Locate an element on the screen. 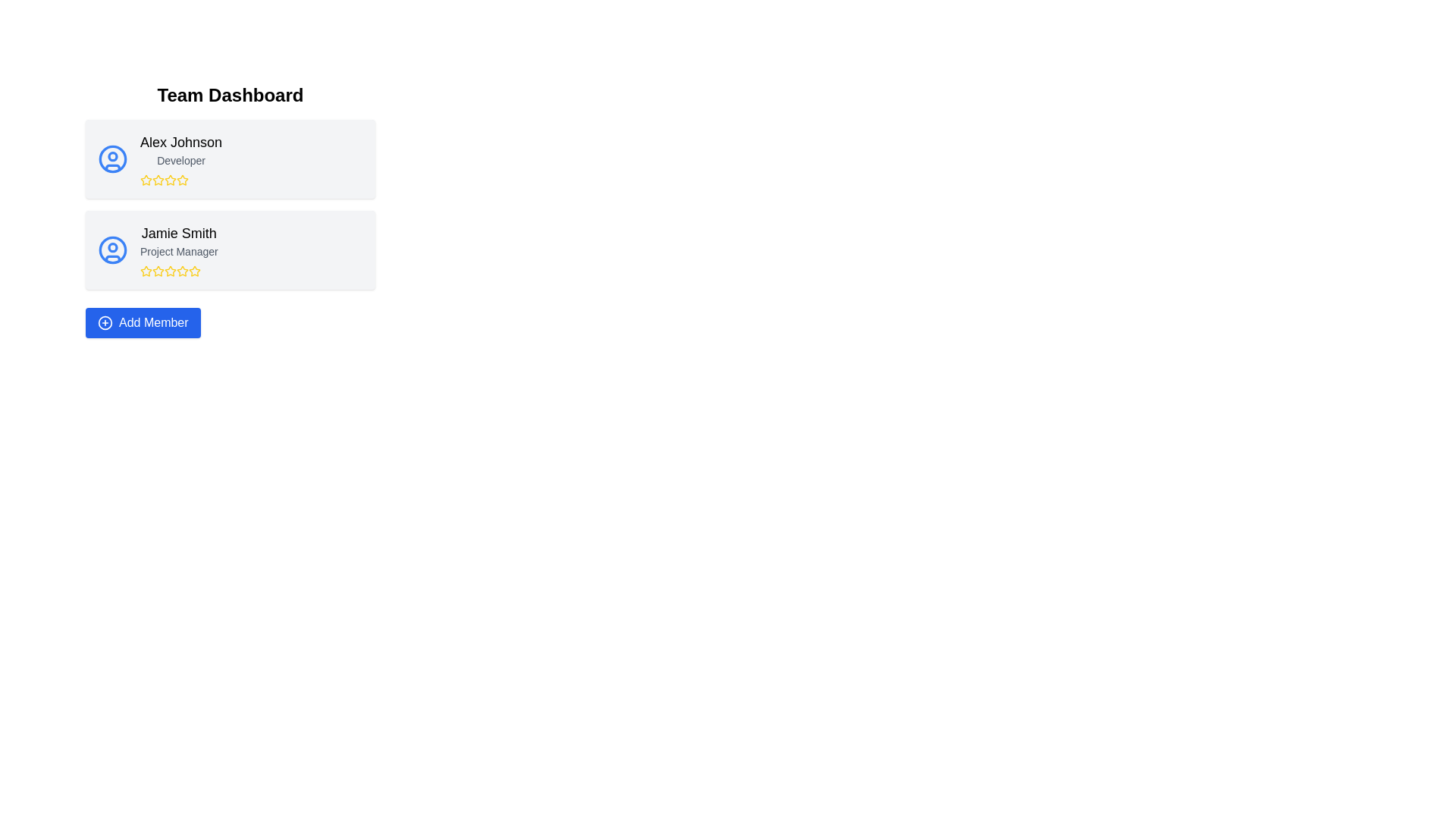  the small SVG Circle element within the user profile icon representing 'Alex Johnson Developer' is located at coordinates (111, 246).